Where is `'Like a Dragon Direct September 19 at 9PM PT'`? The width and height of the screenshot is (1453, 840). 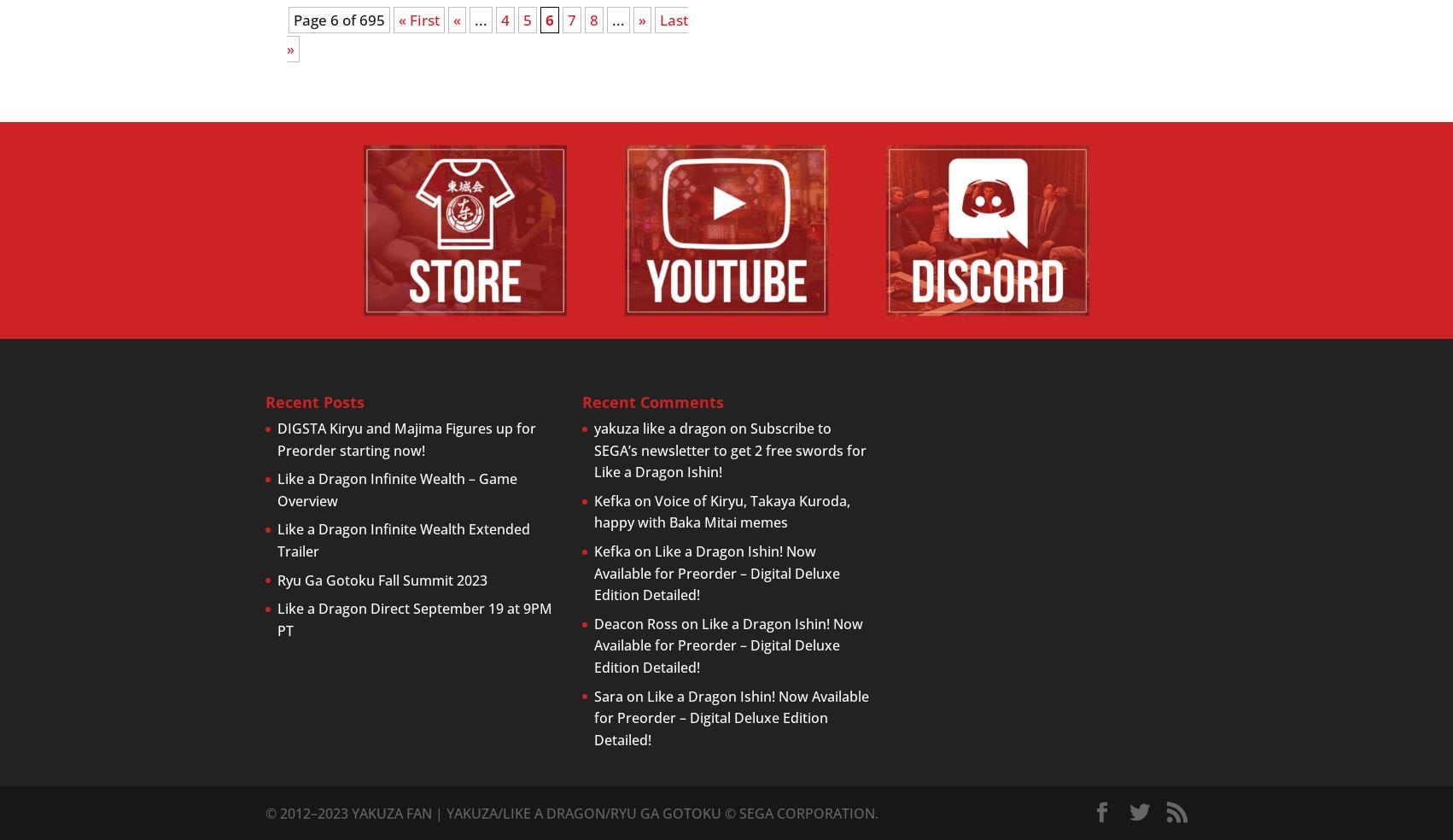 'Like a Dragon Direct September 19 at 9PM PT' is located at coordinates (413, 619).